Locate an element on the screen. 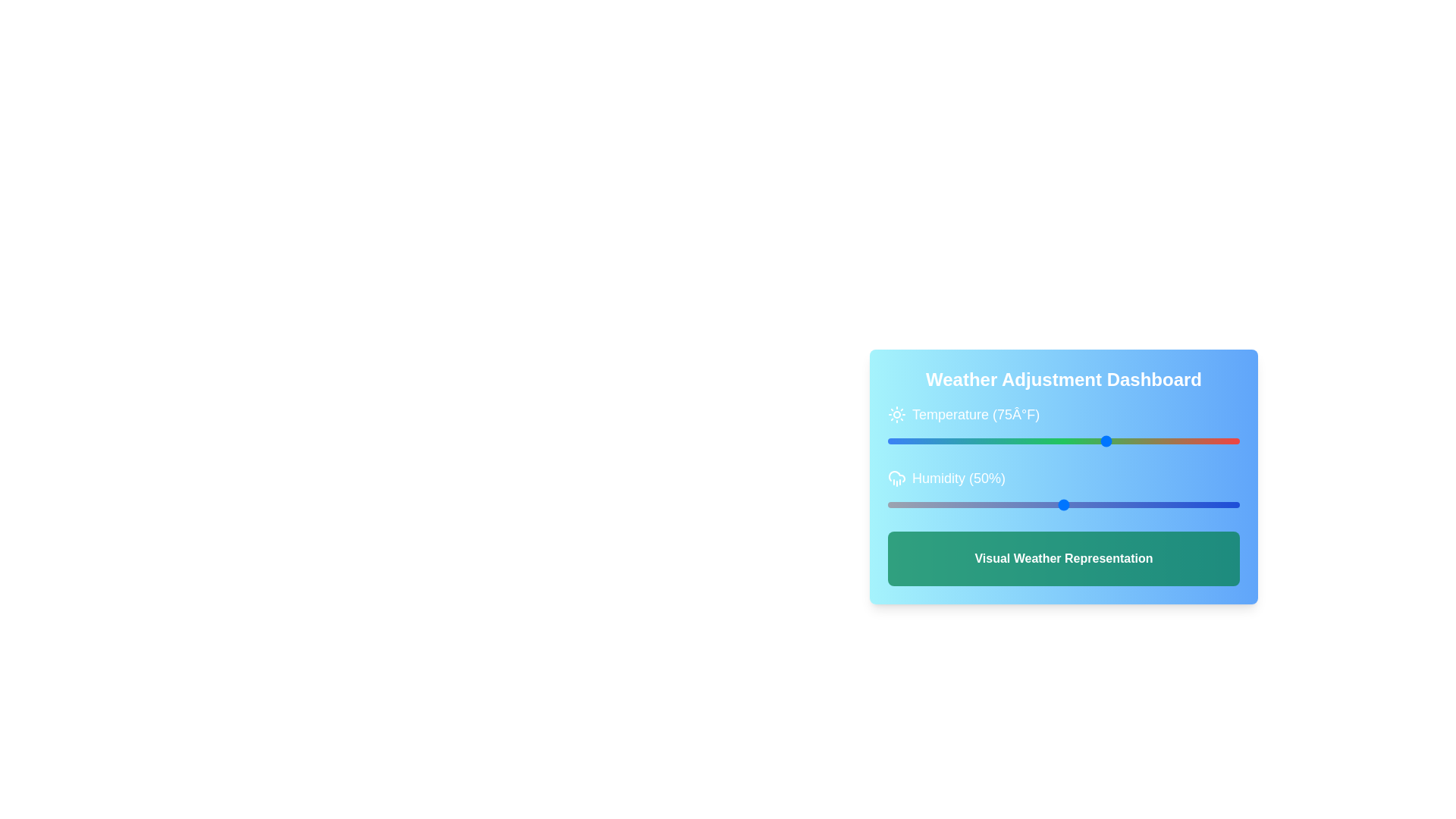 This screenshot has width=1456, height=819. the humidity slider to 24% is located at coordinates (972, 505).